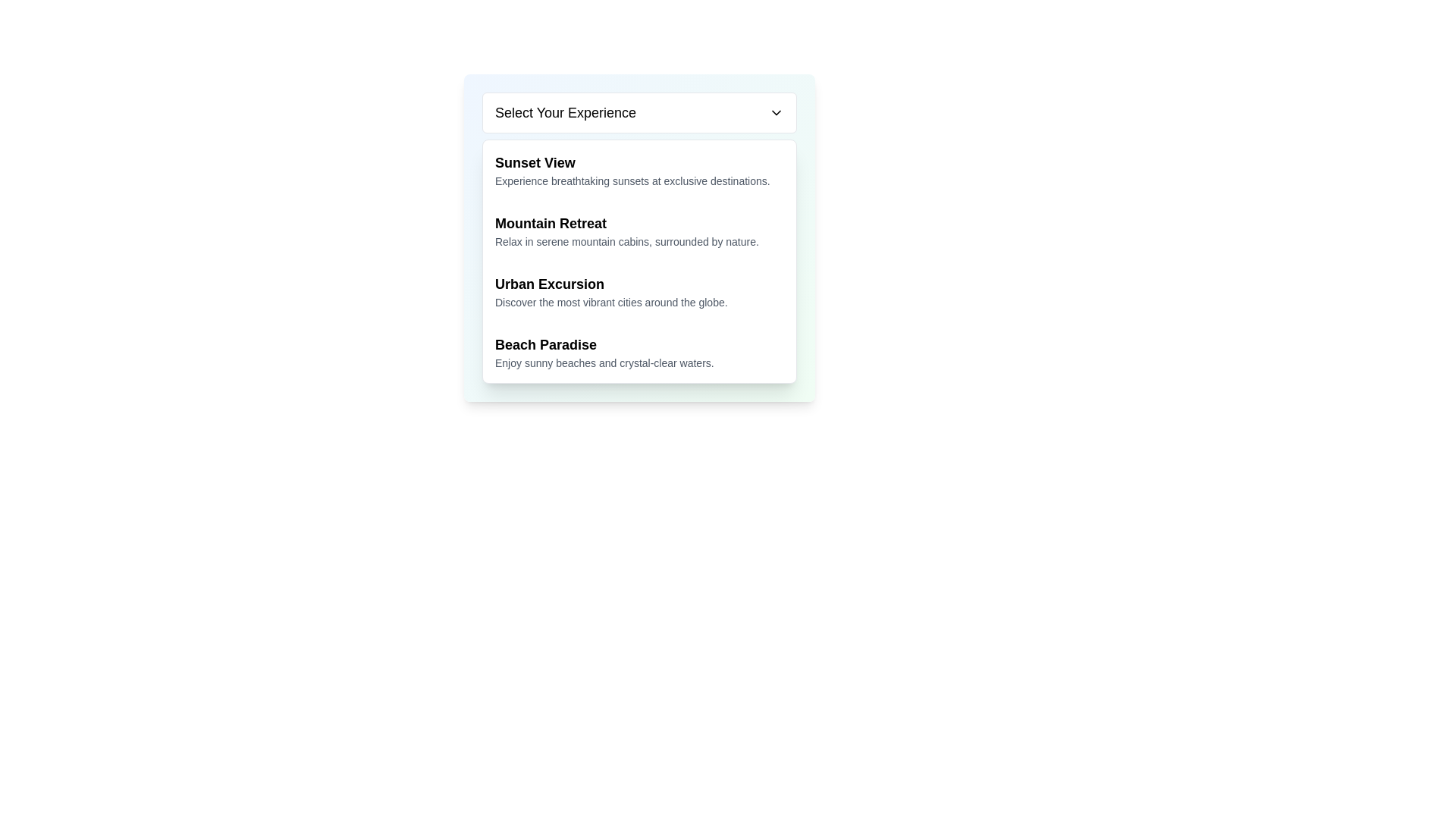  Describe the element at coordinates (639, 362) in the screenshot. I see `descriptive text label located beneath the title 'Beach Paradise' in the fourth item of a vertical list` at that location.